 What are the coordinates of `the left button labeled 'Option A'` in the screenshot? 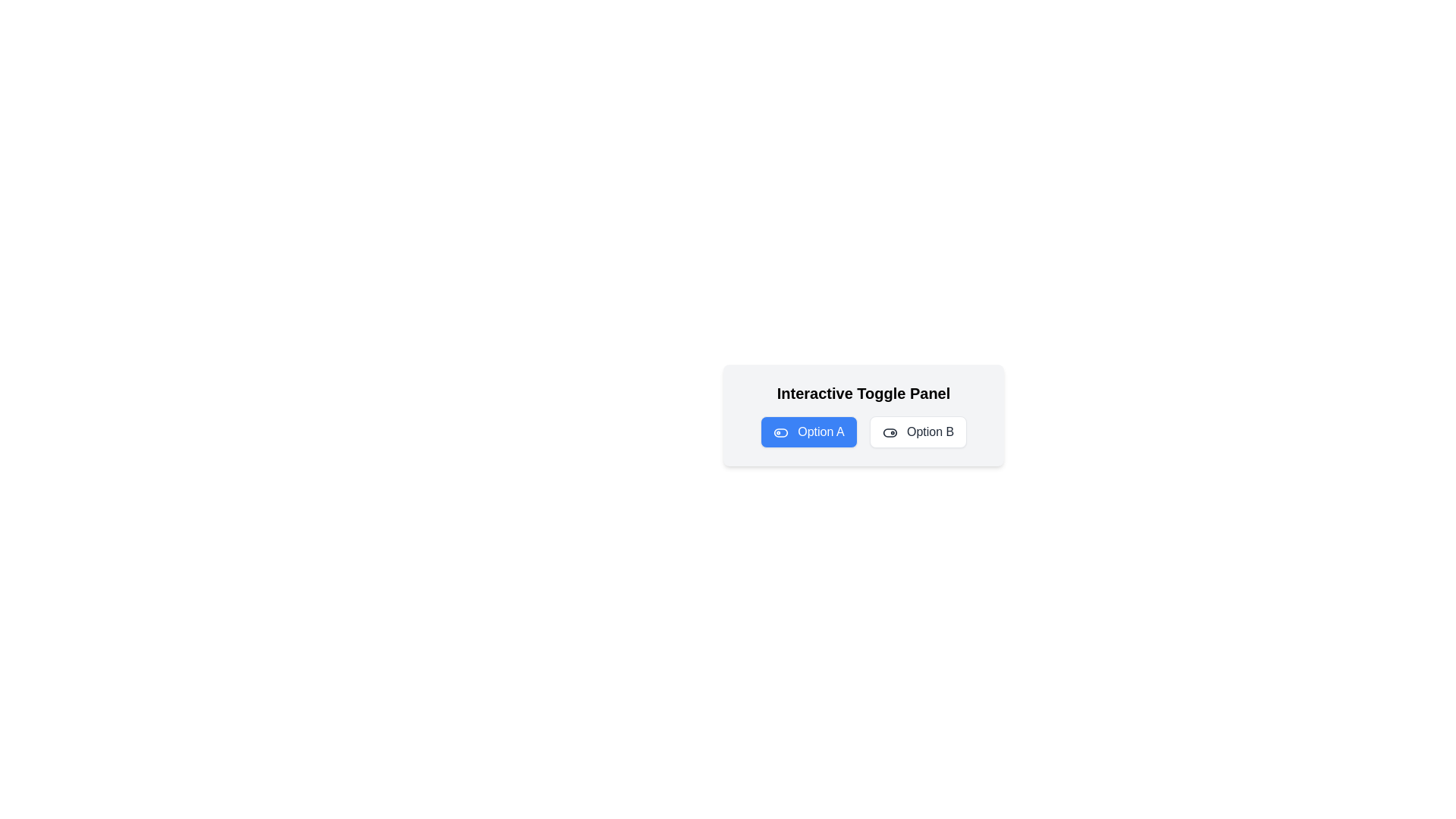 It's located at (808, 432).